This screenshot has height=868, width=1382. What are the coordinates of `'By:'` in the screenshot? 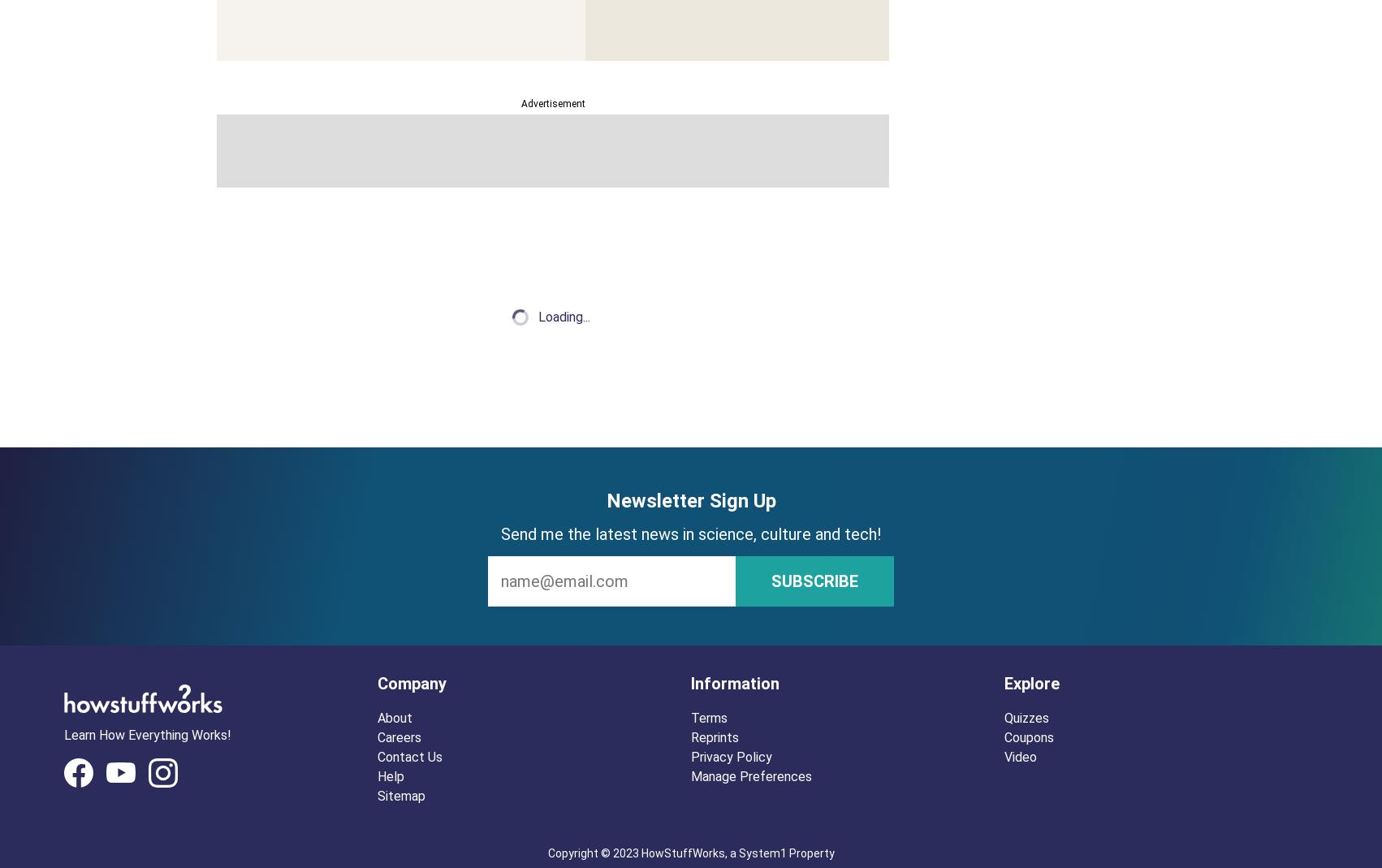 It's located at (226, 324).